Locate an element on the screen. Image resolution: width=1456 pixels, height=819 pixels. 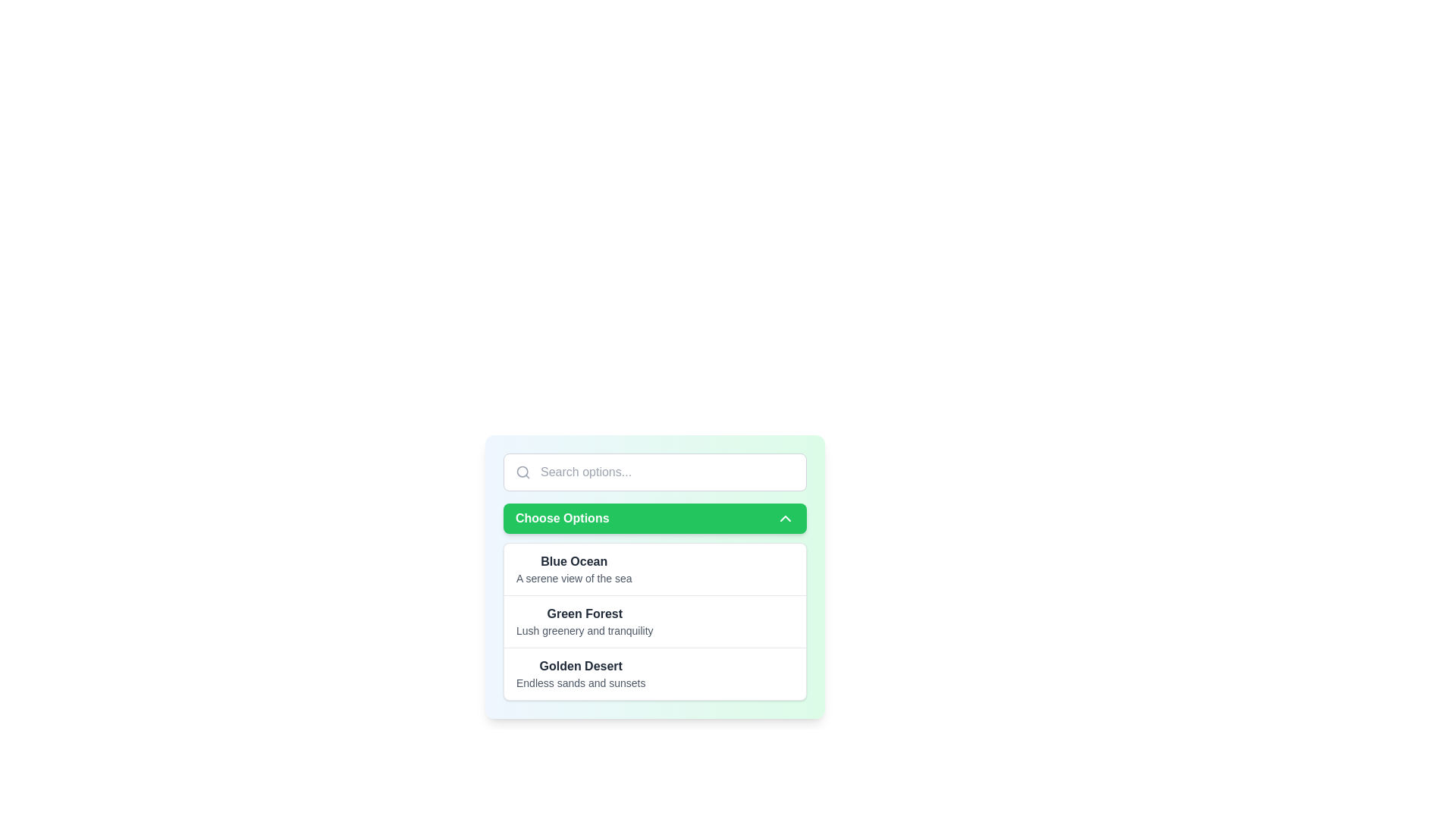
the descriptive text element associated with the 'Blue Ocean' option in the dropdown menu, which provides additional context for user selection is located at coordinates (573, 579).